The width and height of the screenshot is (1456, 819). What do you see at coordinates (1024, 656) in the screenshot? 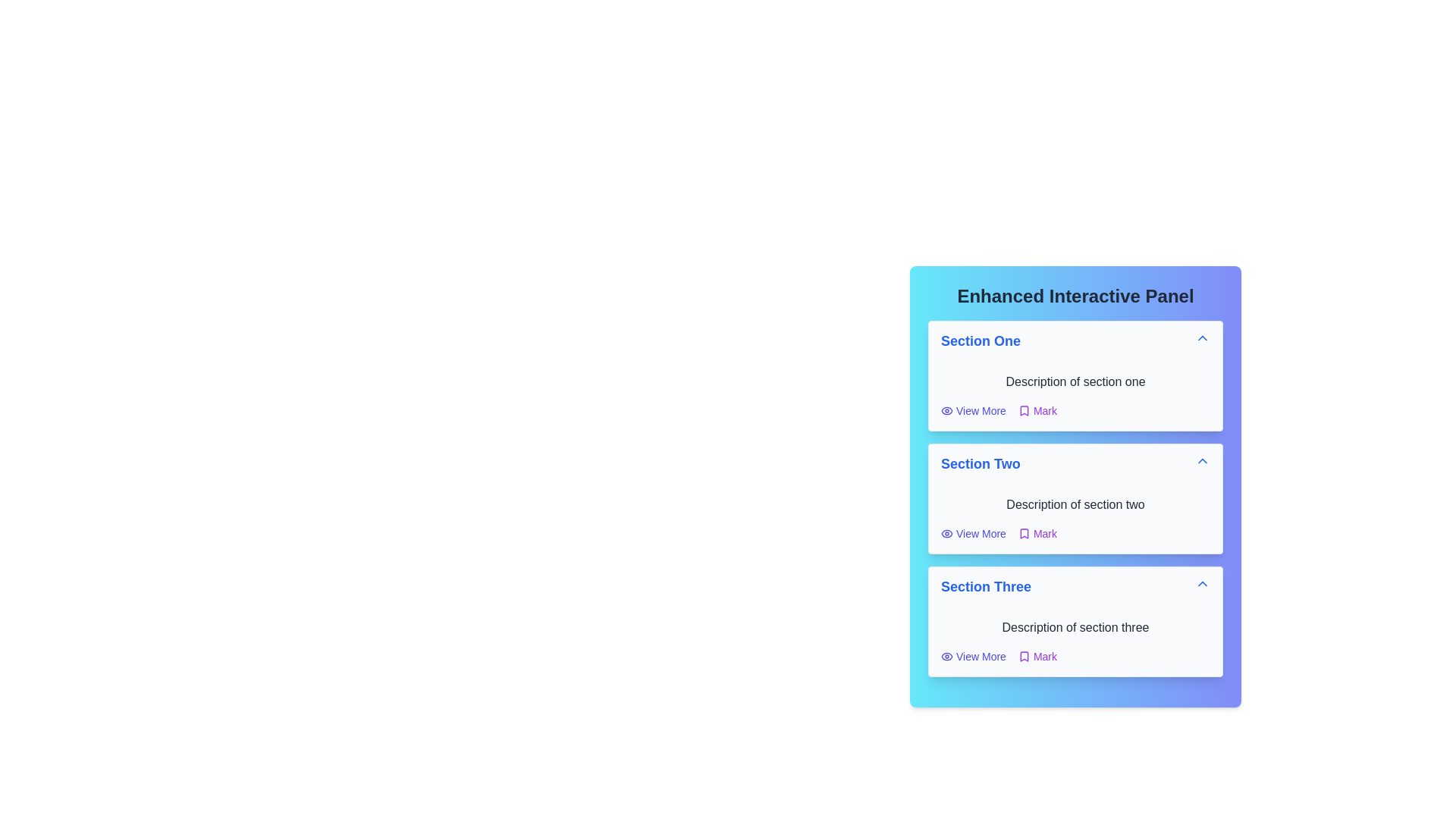
I see `the bookmark icon located to the left of the 'Mark' text in the 'Section Three' panel` at bounding box center [1024, 656].